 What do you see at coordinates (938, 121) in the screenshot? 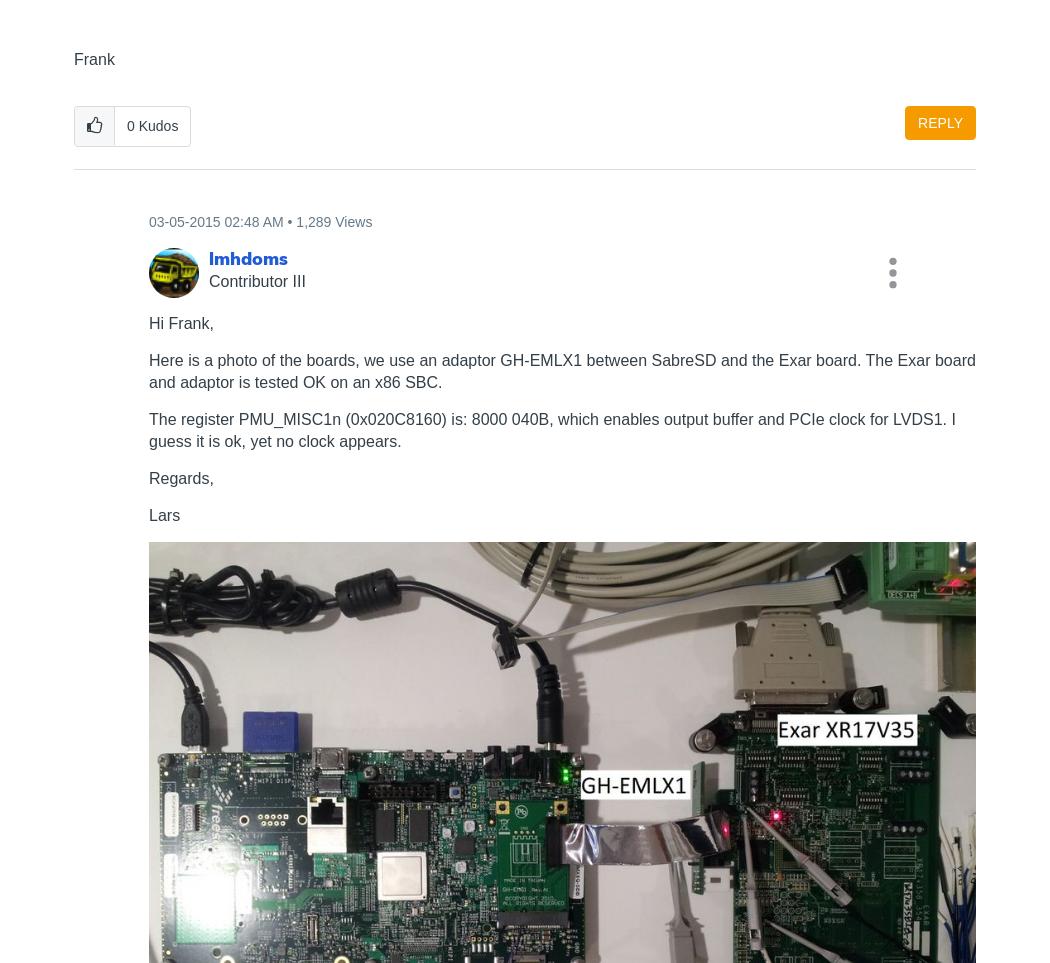
I see `'Reply'` at bounding box center [938, 121].